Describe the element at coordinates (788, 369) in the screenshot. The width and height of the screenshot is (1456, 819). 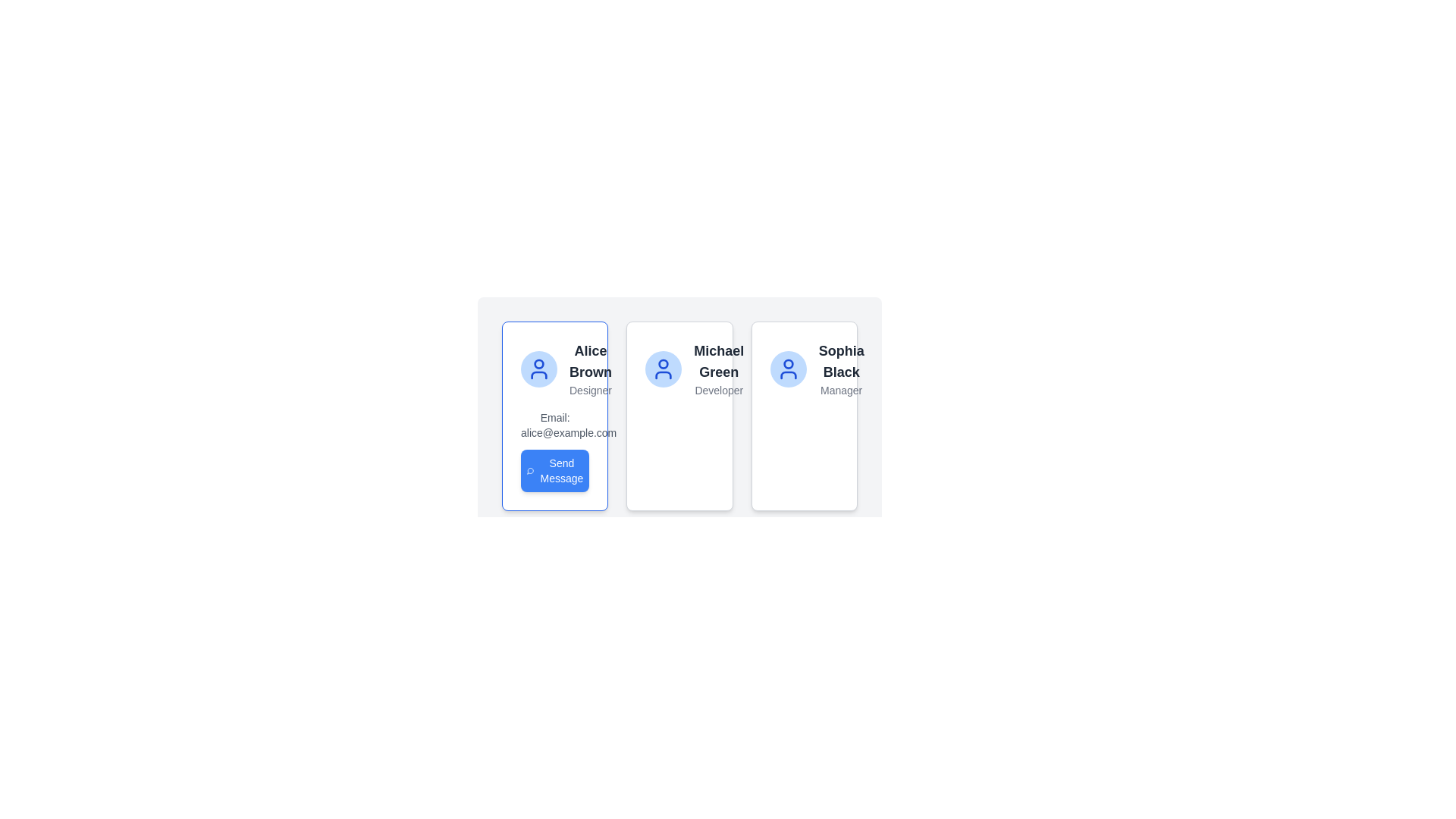
I see `the User Profile Icon located at the center of the third card` at that location.